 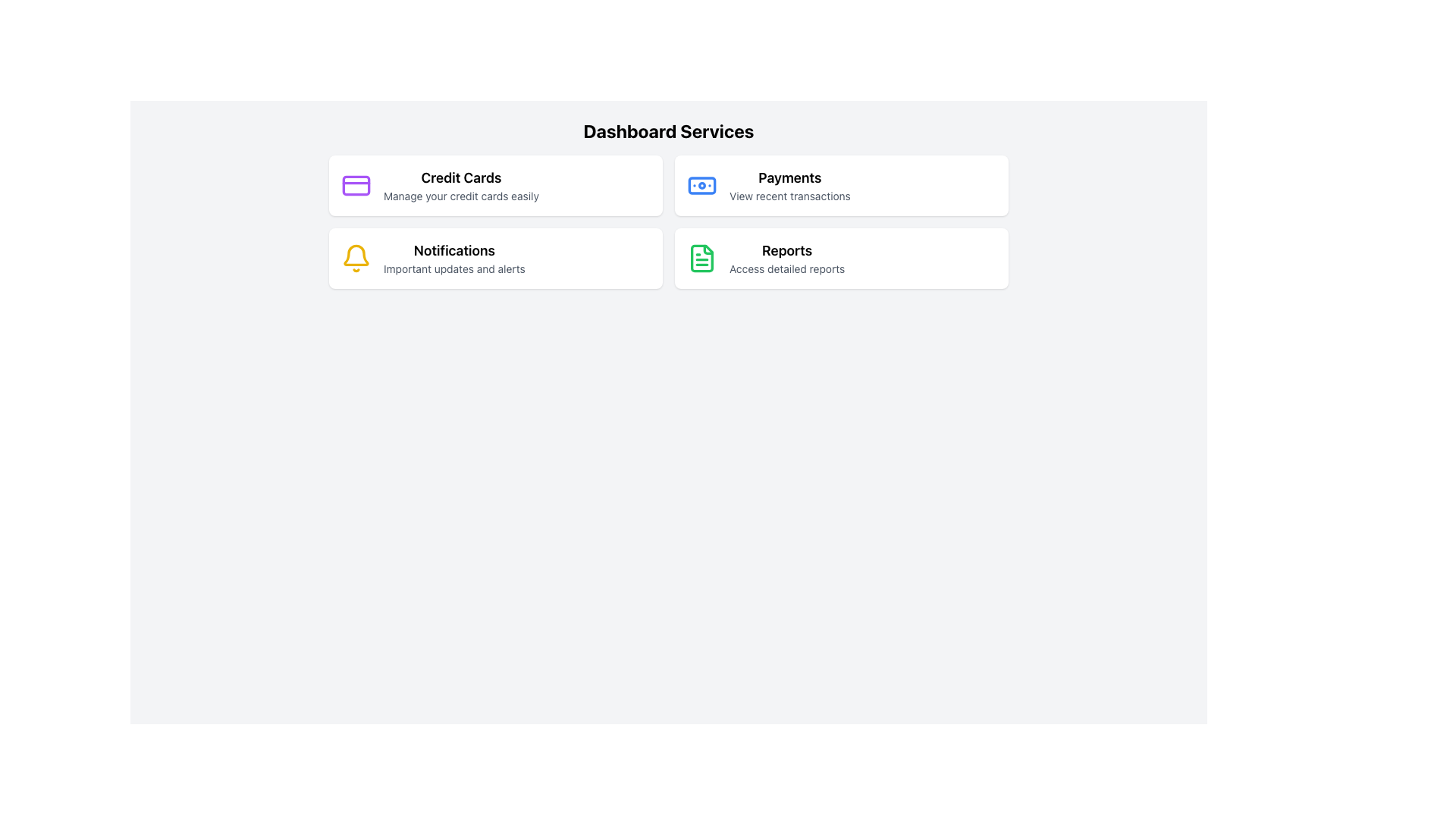 What do you see at coordinates (701, 185) in the screenshot?
I see `the SVG rectangle element that represents a decorative feature of the 'Payments' icon located in the second layout card of the top row, right column of the interface` at bounding box center [701, 185].